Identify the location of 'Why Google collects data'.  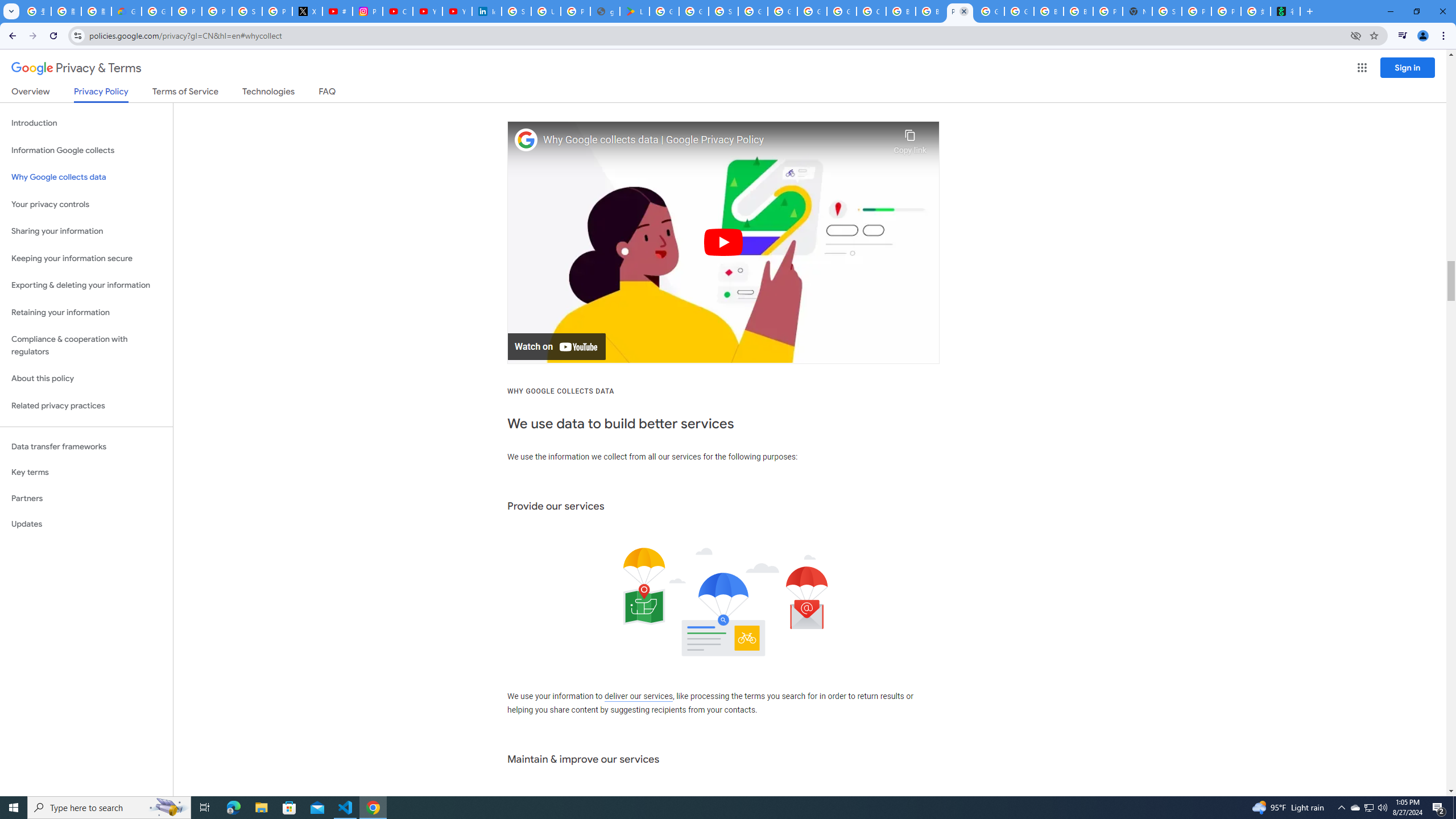
(86, 176).